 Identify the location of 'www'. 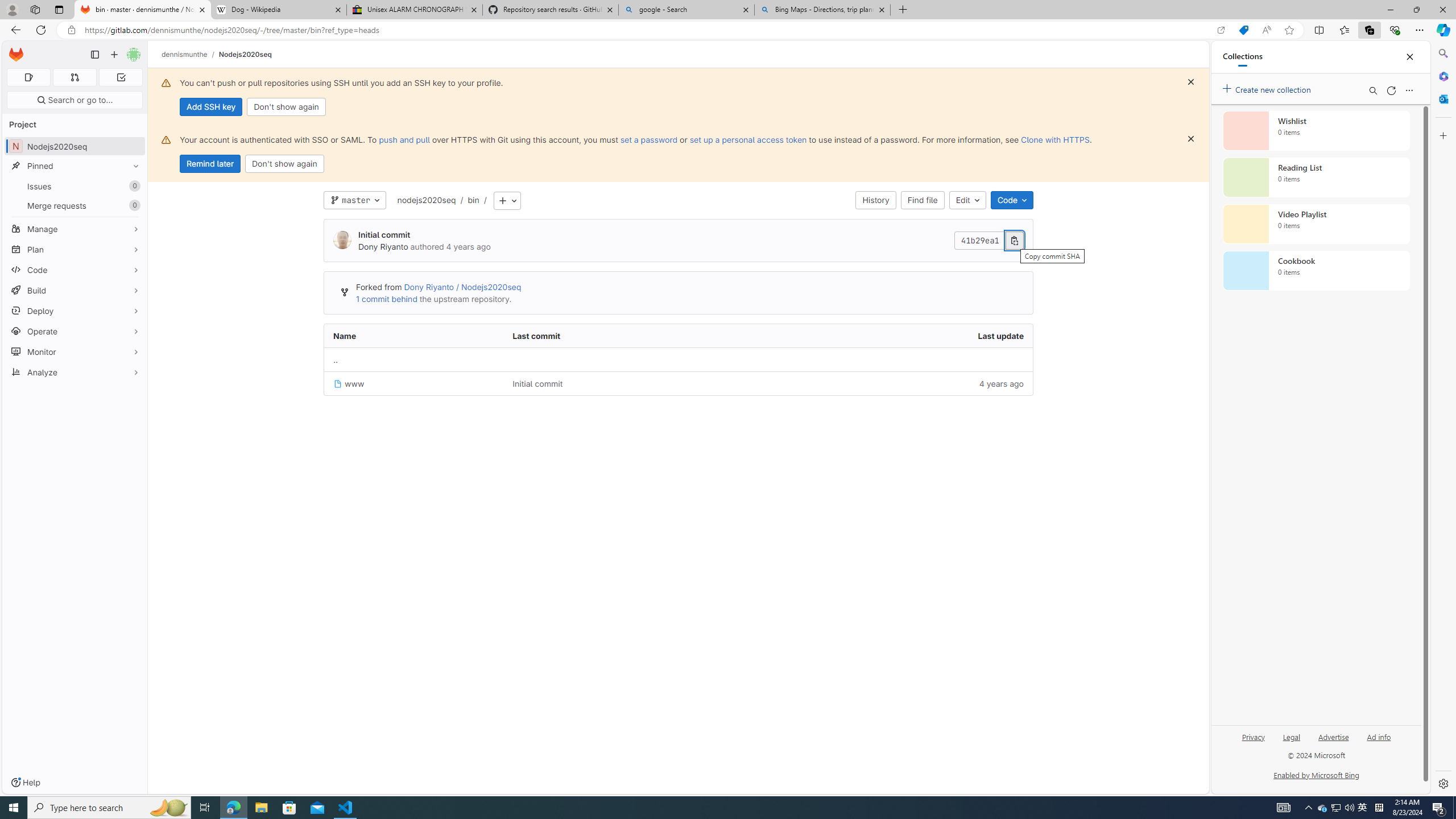
(348, 383).